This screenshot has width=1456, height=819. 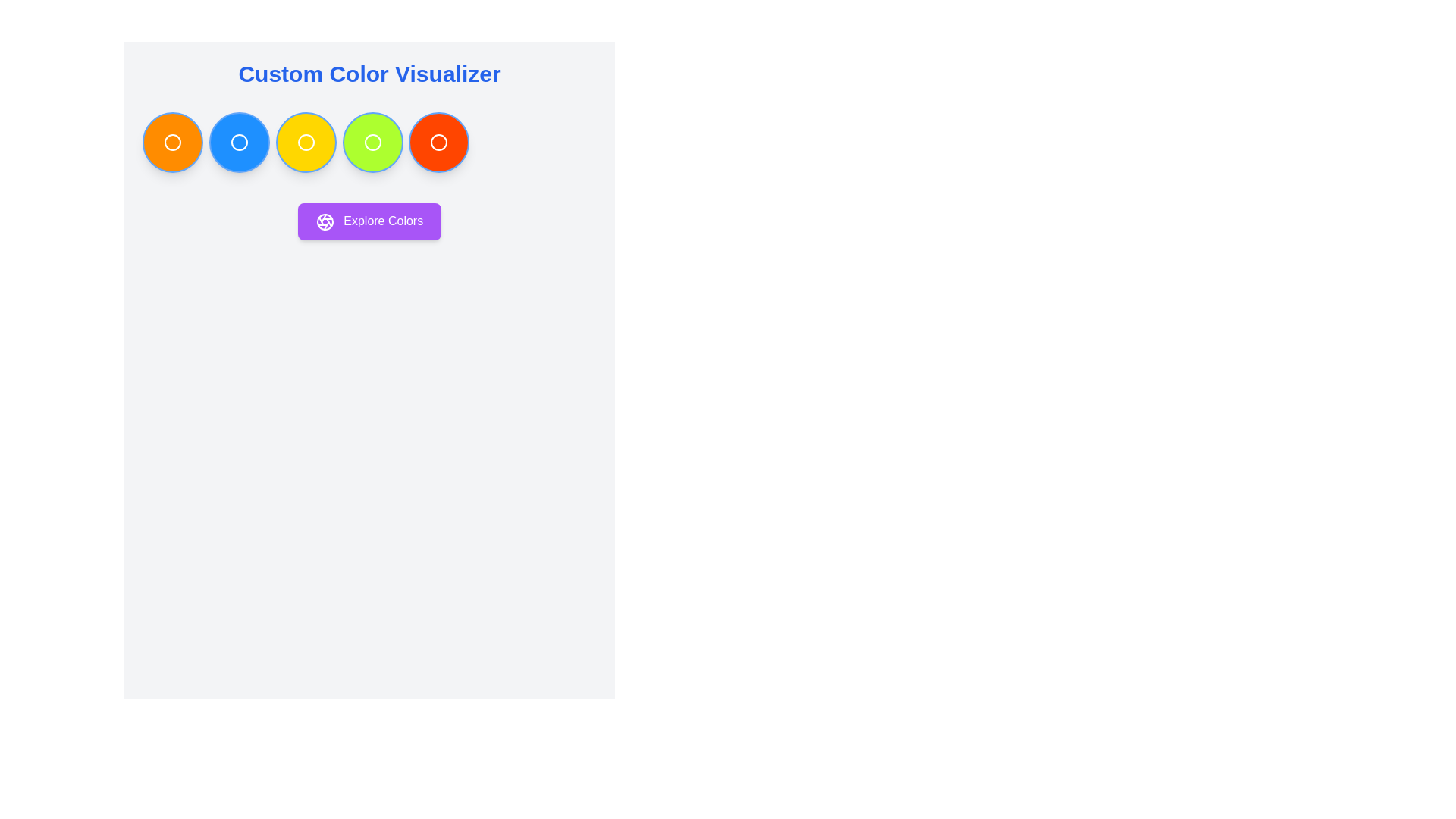 What do you see at coordinates (172, 143) in the screenshot?
I see `the decorative SVG circle located within the first orange circular icon, positioned at the top left of the interface near the heading 'Custom Color Visualizer'` at bounding box center [172, 143].